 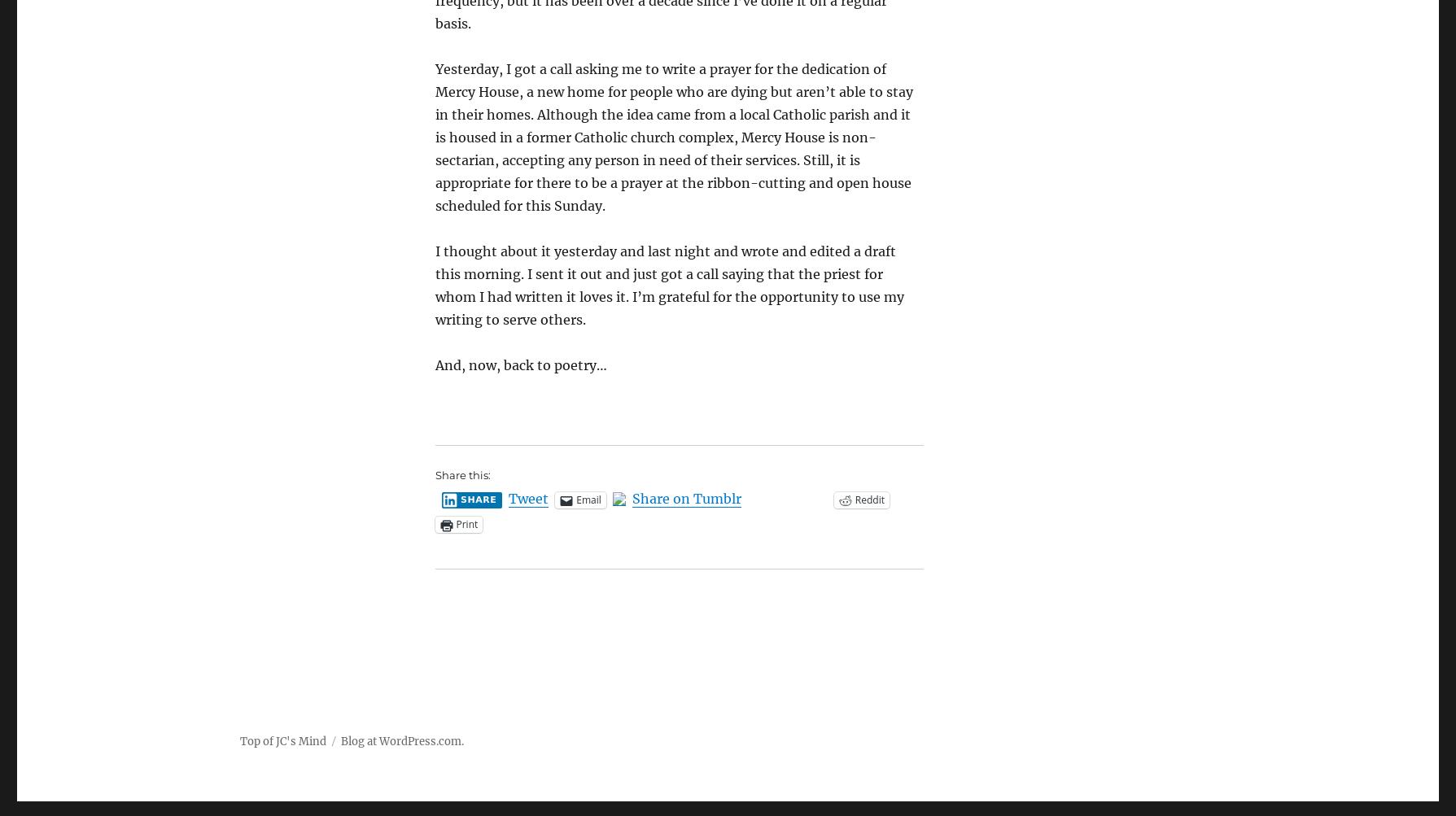 What do you see at coordinates (520, 364) in the screenshot?
I see `'And, now, back to poetry…'` at bounding box center [520, 364].